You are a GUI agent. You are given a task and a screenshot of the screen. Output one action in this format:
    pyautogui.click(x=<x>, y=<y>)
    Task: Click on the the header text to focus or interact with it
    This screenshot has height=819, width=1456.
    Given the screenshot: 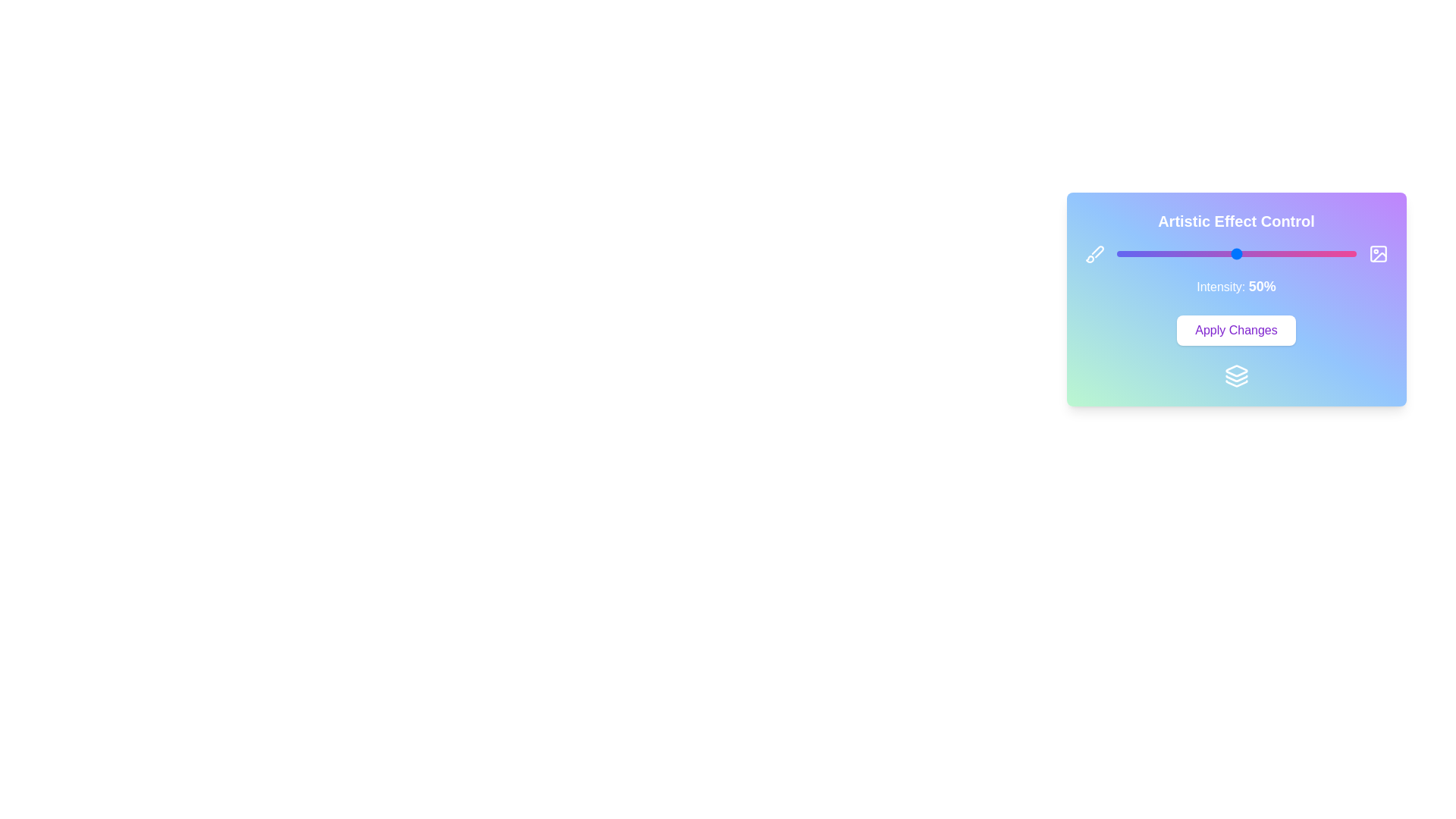 What is the action you would take?
    pyautogui.click(x=1236, y=221)
    